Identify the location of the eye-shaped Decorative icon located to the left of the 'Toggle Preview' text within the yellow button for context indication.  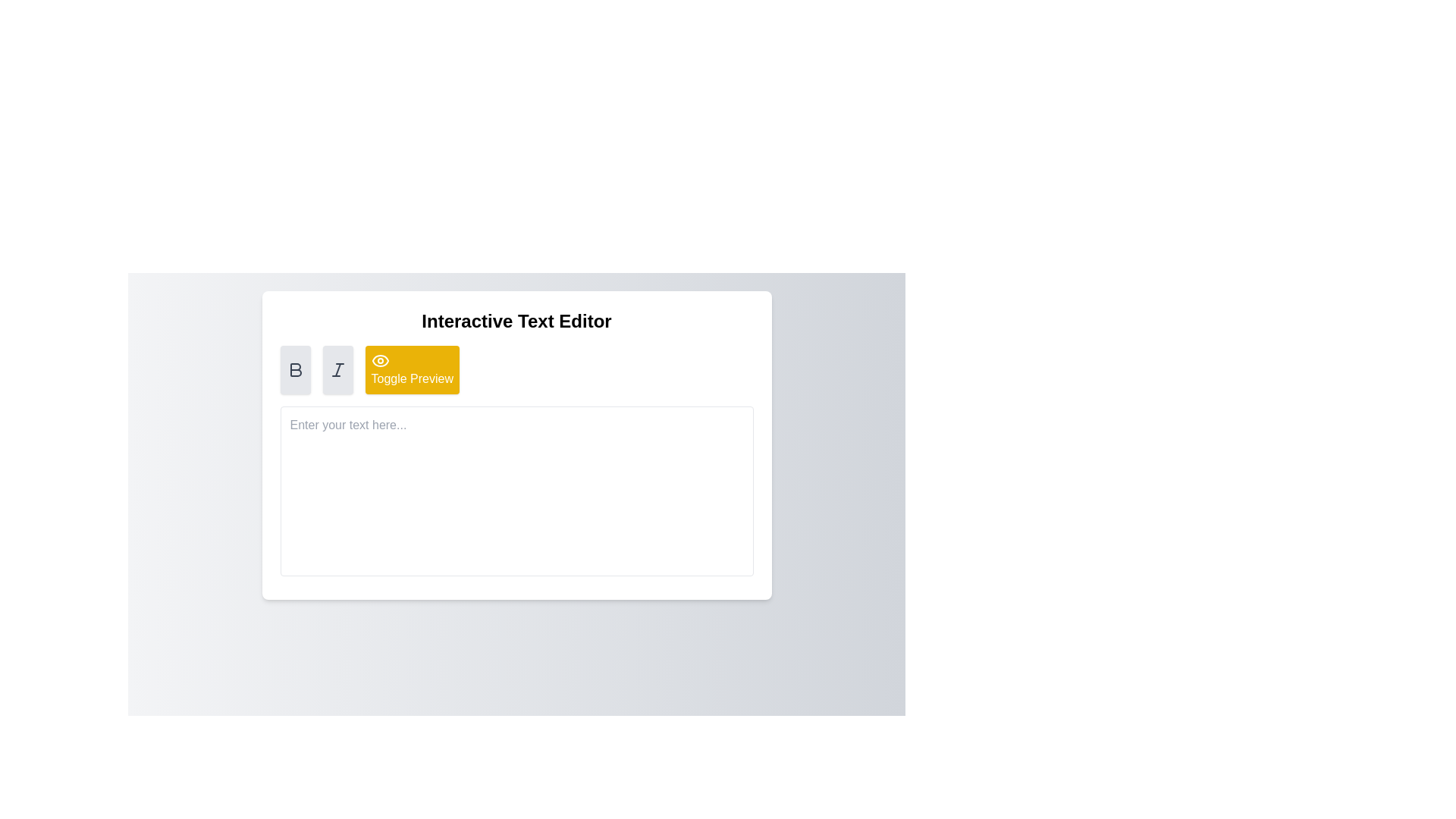
(380, 360).